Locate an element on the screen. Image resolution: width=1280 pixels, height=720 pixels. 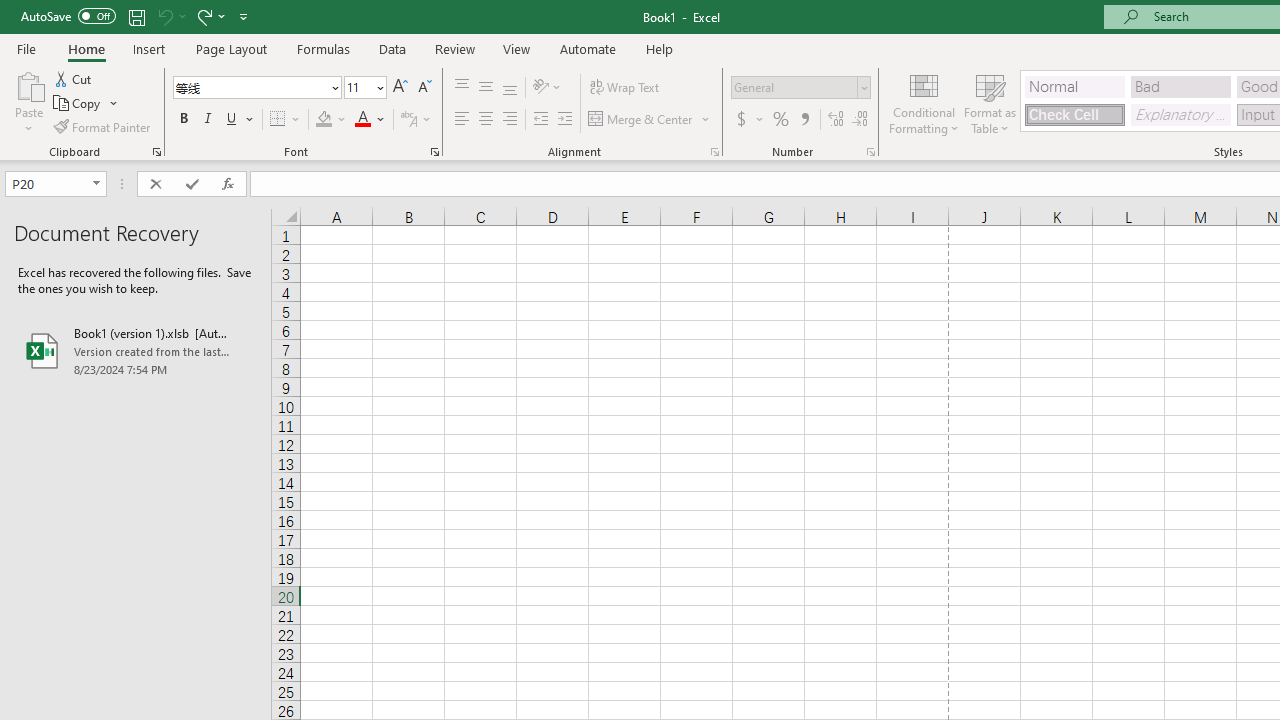
'Bold' is located at coordinates (183, 119).